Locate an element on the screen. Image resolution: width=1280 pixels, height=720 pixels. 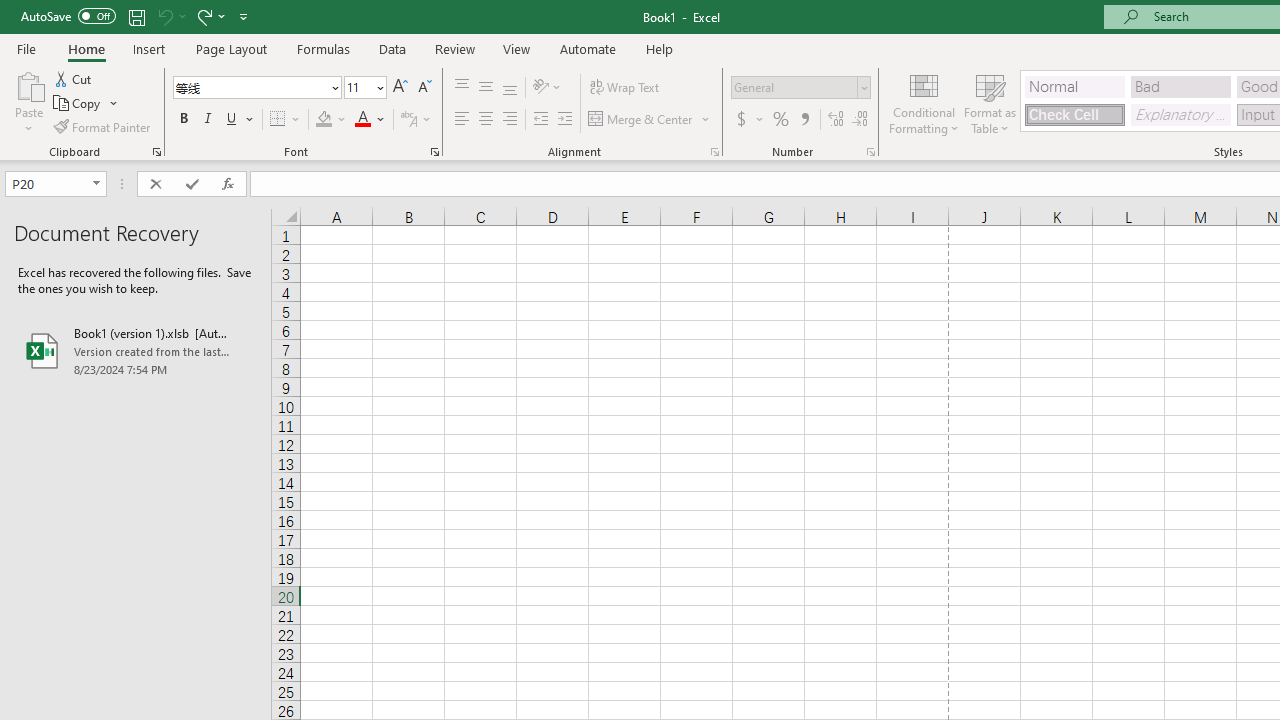
'Bold' is located at coordinates (183, 119).